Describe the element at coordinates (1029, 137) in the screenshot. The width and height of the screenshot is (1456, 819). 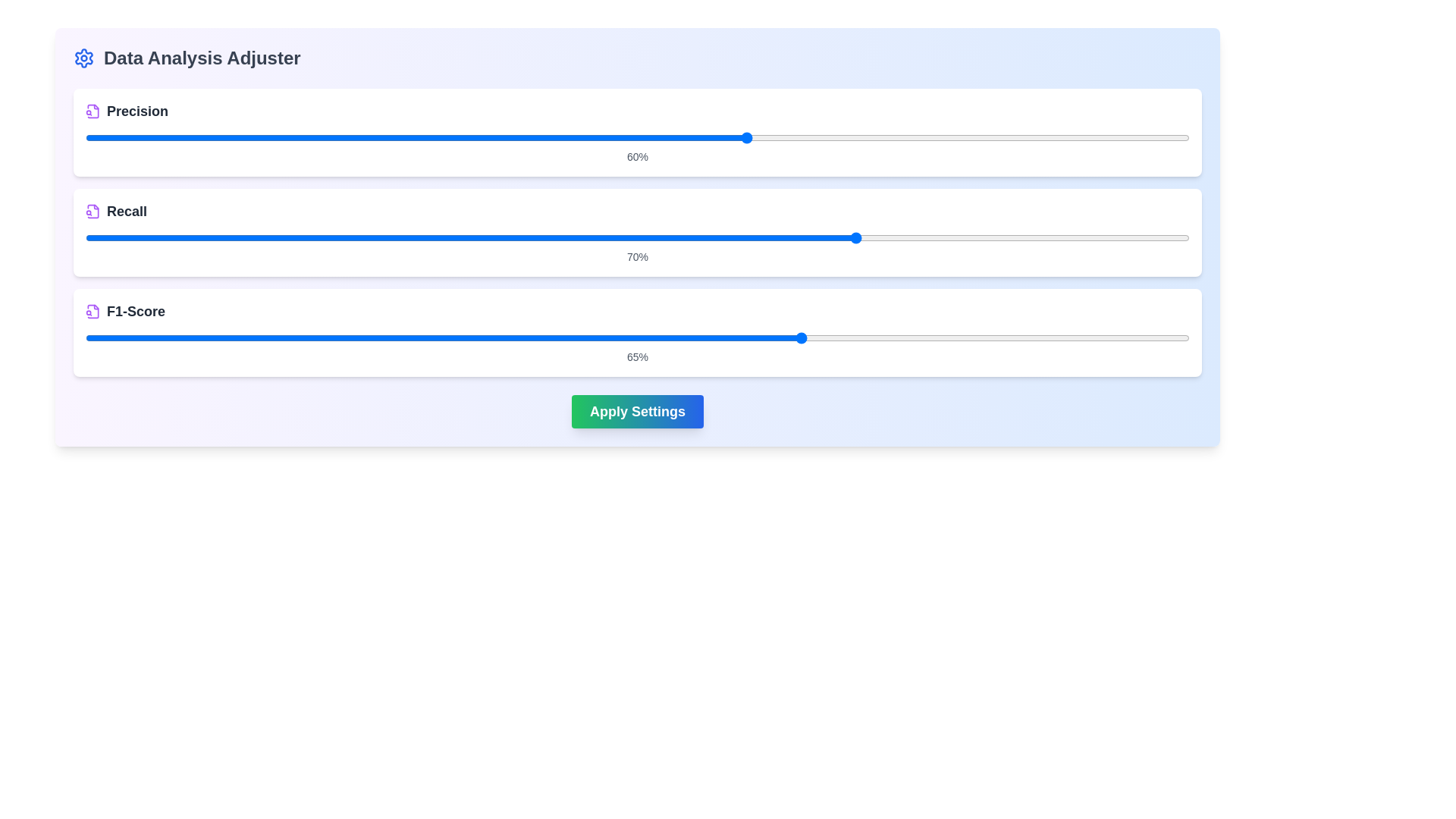
I see `the 0 slider to 71%` at that location.